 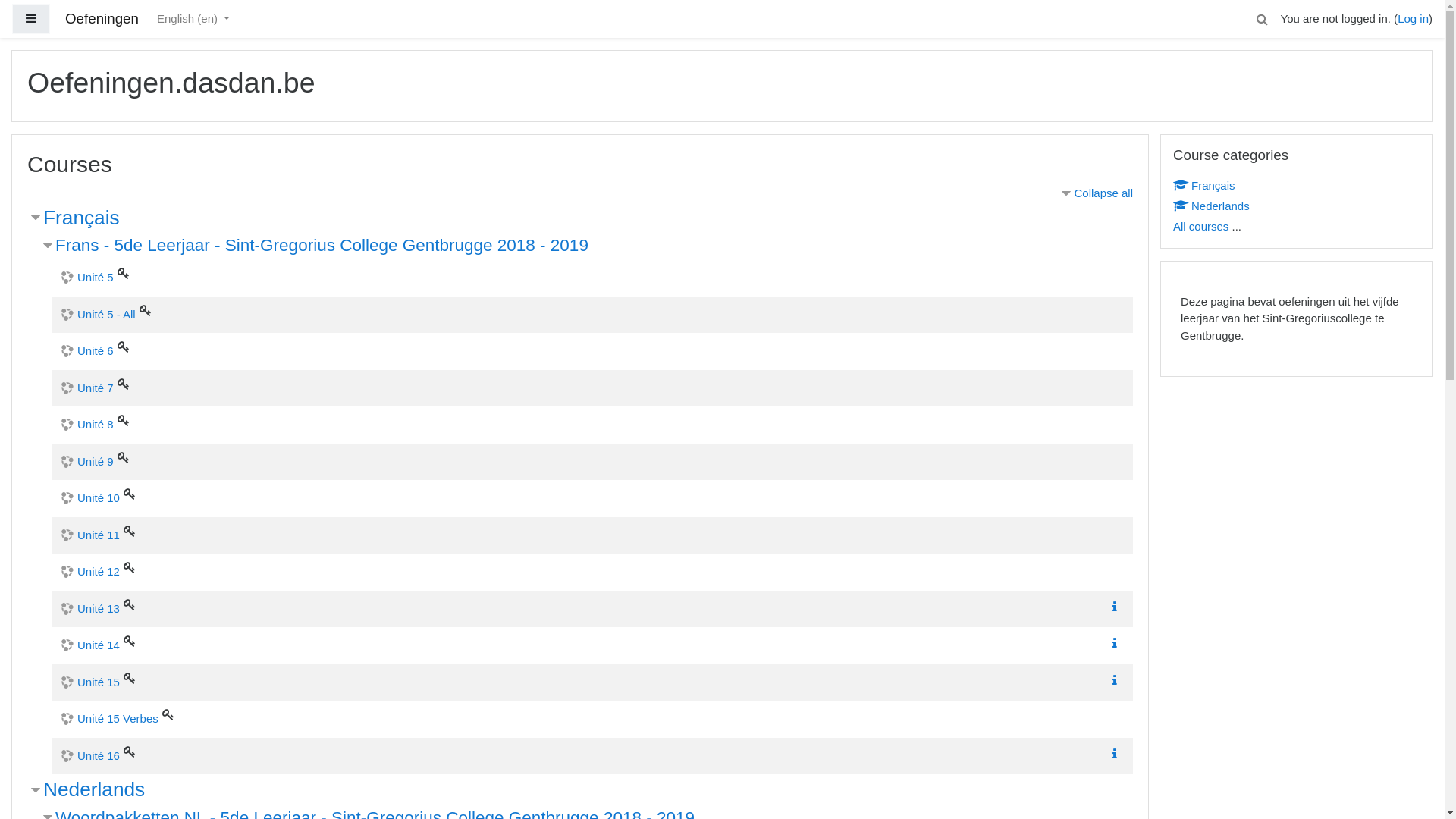 What do you see at coordinates (1114, 754) in the screenshot?
I see `'Summary'` at bounding box center [1114, 754].